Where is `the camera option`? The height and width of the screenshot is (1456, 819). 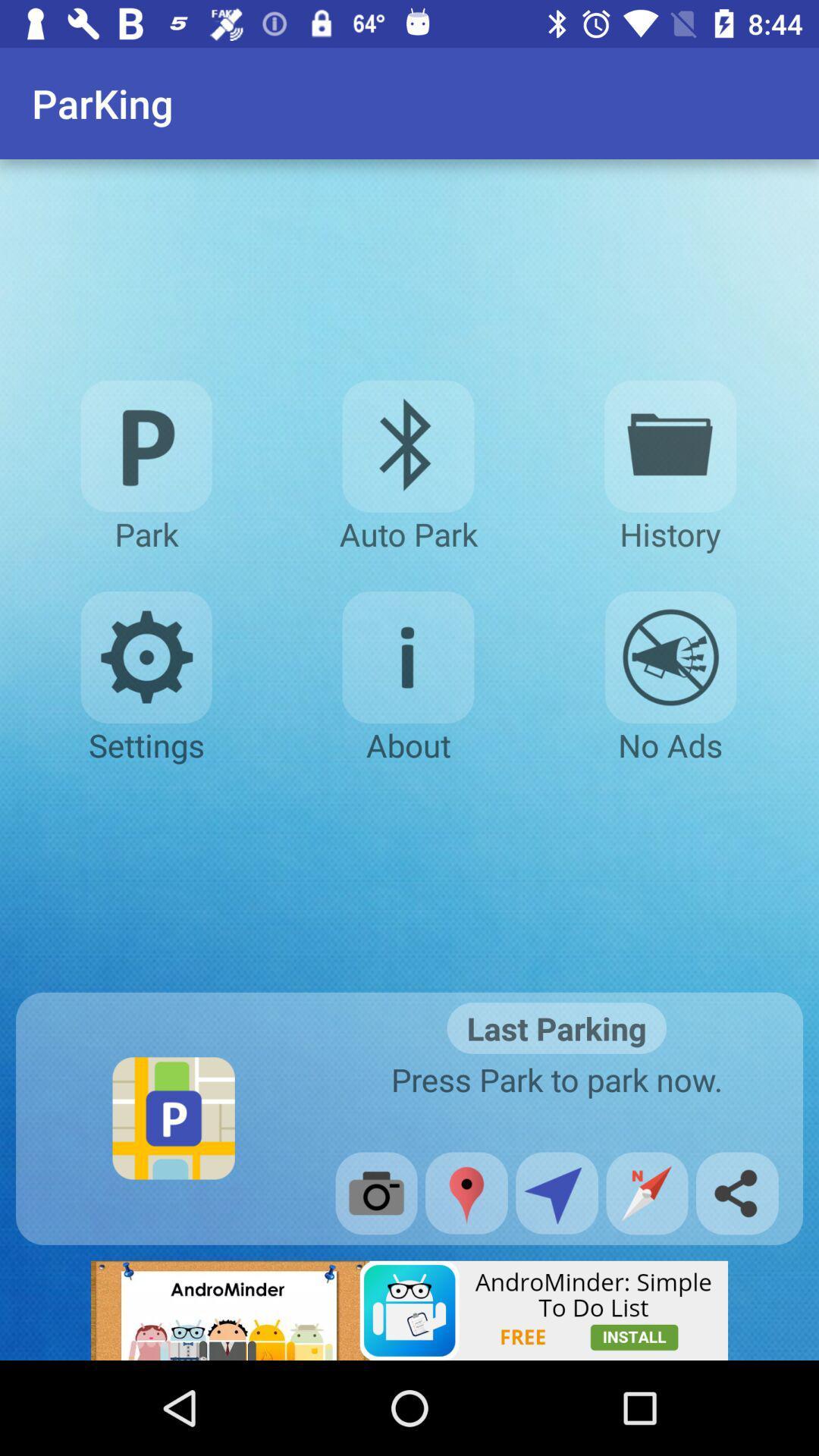 the camera option is located at coordinates (375, 1192).